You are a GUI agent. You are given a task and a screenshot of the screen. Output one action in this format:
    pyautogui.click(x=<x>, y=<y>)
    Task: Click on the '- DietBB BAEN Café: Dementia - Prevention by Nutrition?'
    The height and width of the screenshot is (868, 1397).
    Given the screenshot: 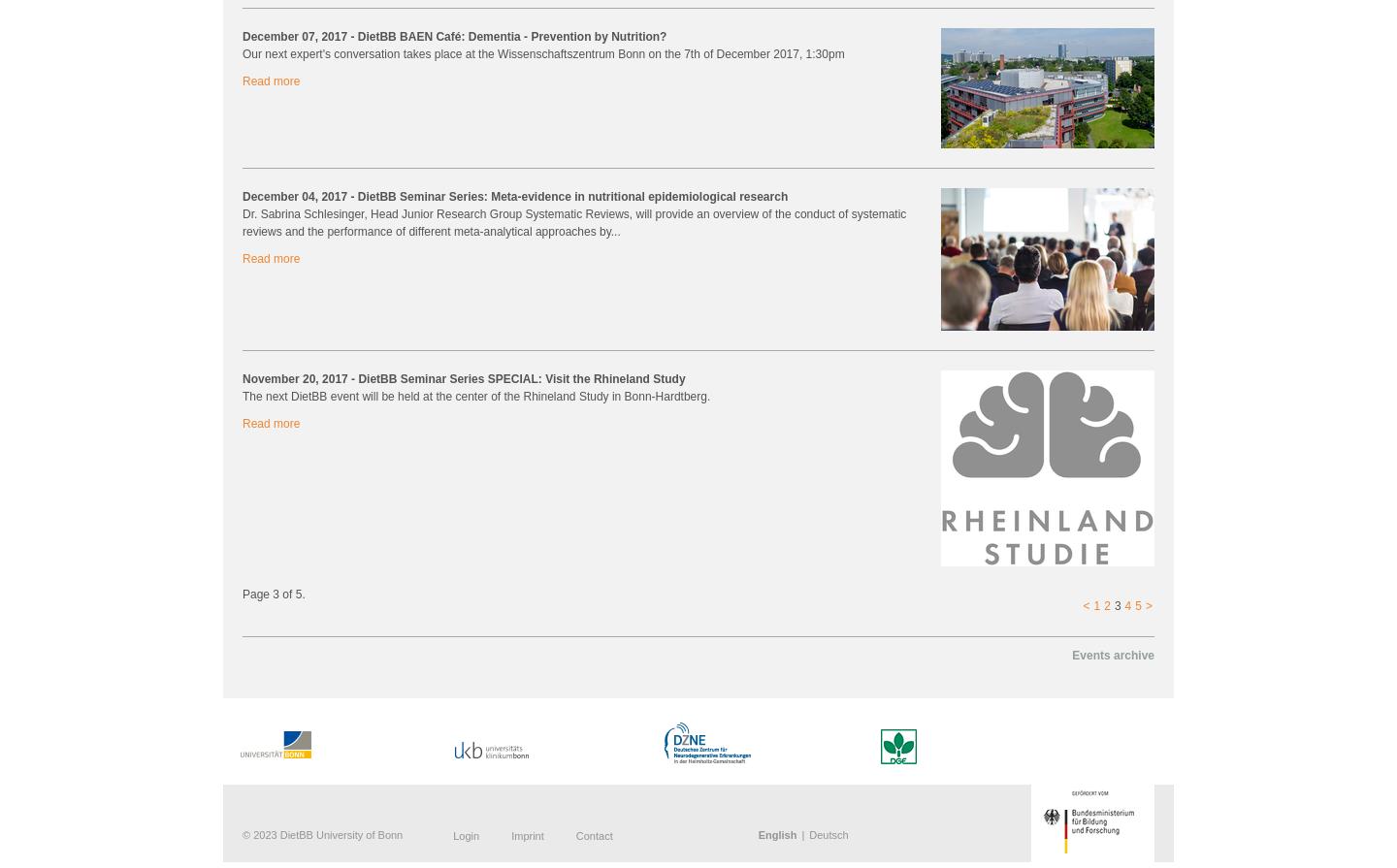 What is the action you would take?
    pyautogui.click(x=507, y=35)
    